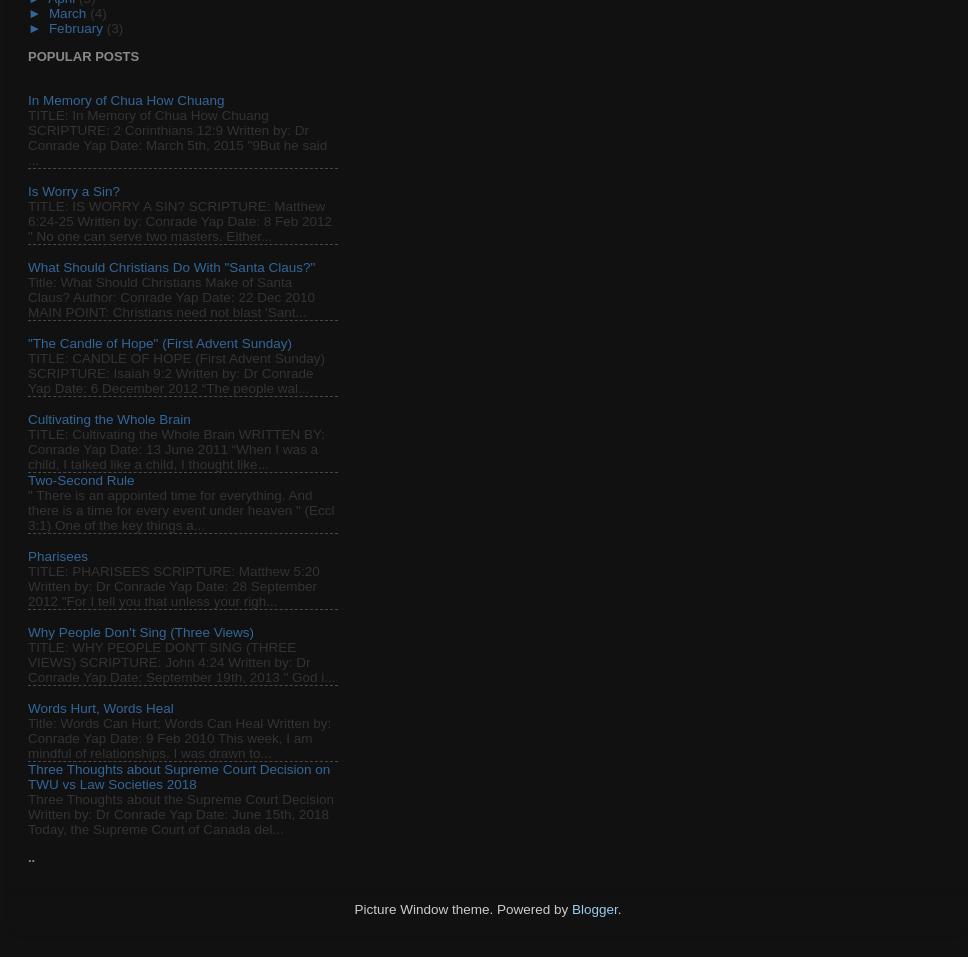 Image resolution: width=968 pixels, height=957 pixels. What do you see at coordinates (75, 26) in the screenshot?
I see `'February'` at bounding box center [75, 26].